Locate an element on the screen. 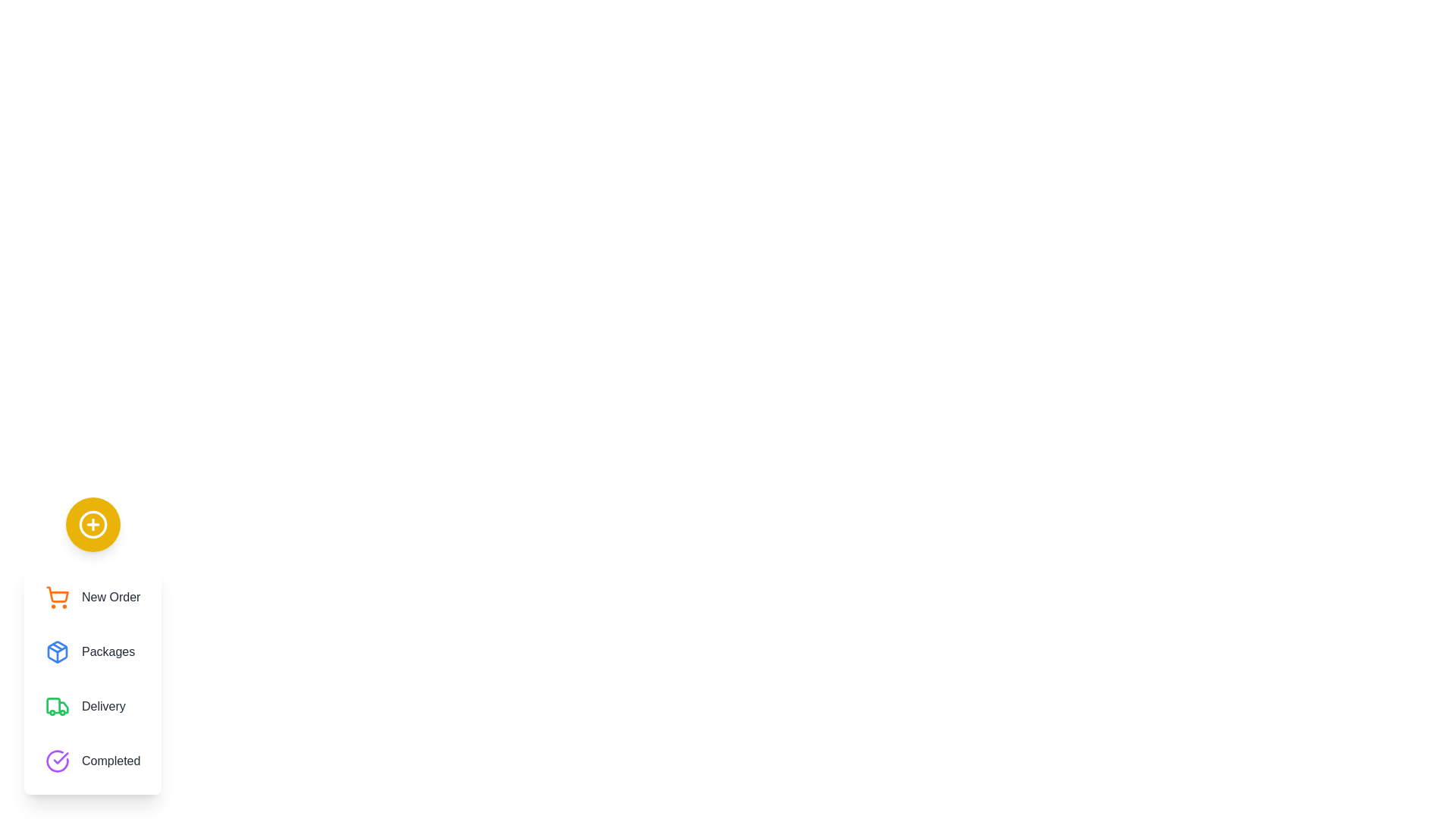 This screenshot has width=1456, height=819. the menu option Packages from the speed dial menu is located at coordinates (92, 651).